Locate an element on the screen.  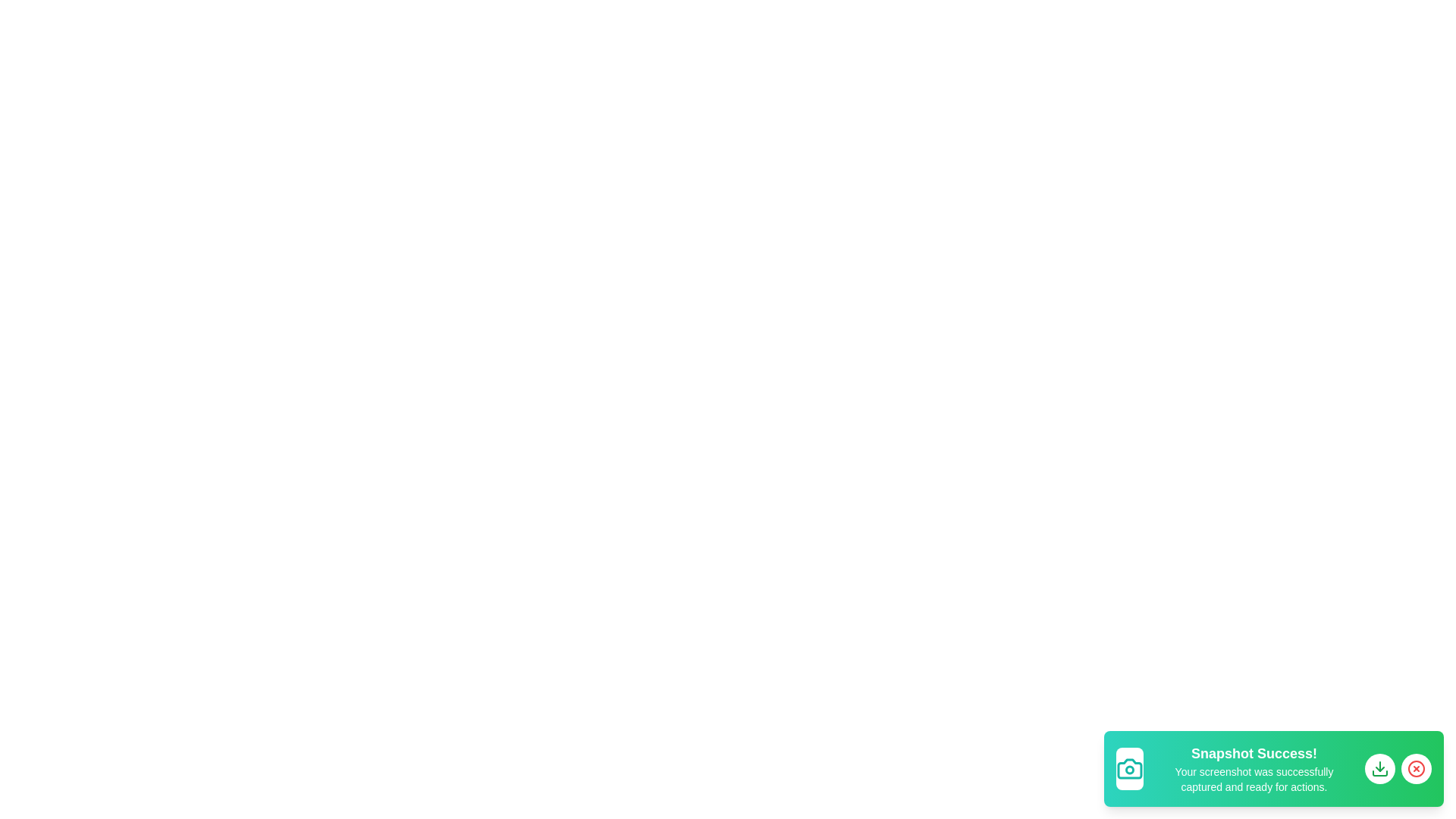
the 'Close' button to dismiss the snackbar is located at coordinates (1415, 769).